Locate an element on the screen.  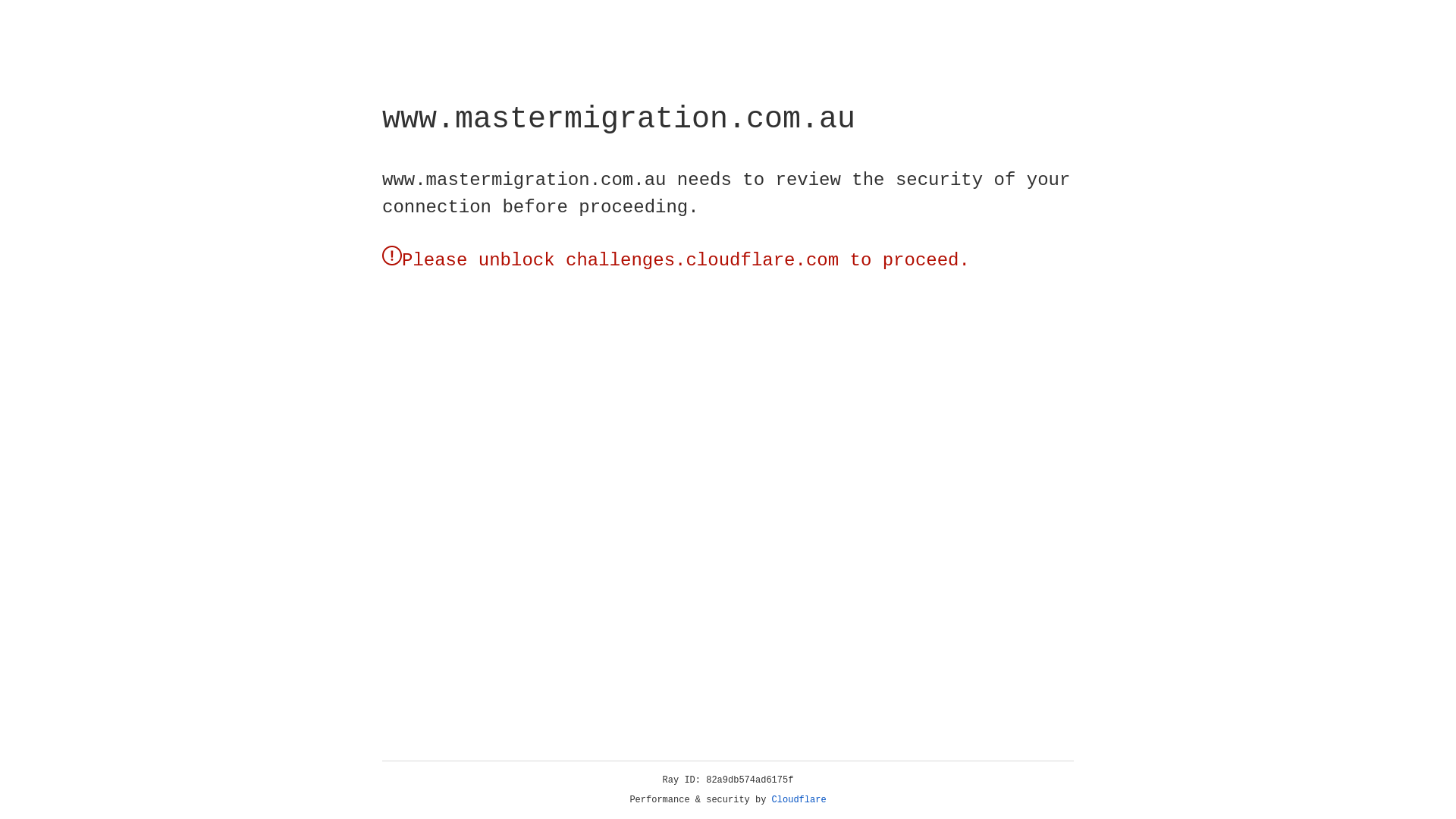
'Cloudflare' is located at coordinates (799, 799).